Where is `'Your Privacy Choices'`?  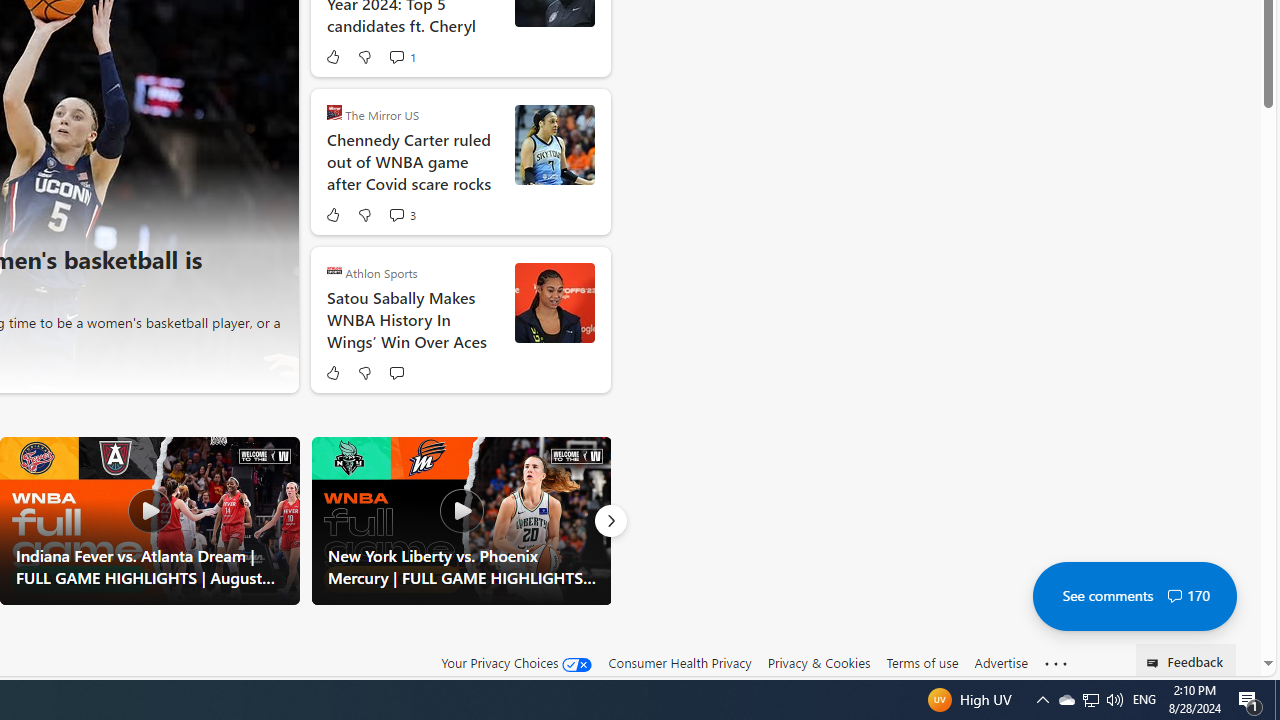
'Your Privacy Choices' is located at coordinates (517, 662).